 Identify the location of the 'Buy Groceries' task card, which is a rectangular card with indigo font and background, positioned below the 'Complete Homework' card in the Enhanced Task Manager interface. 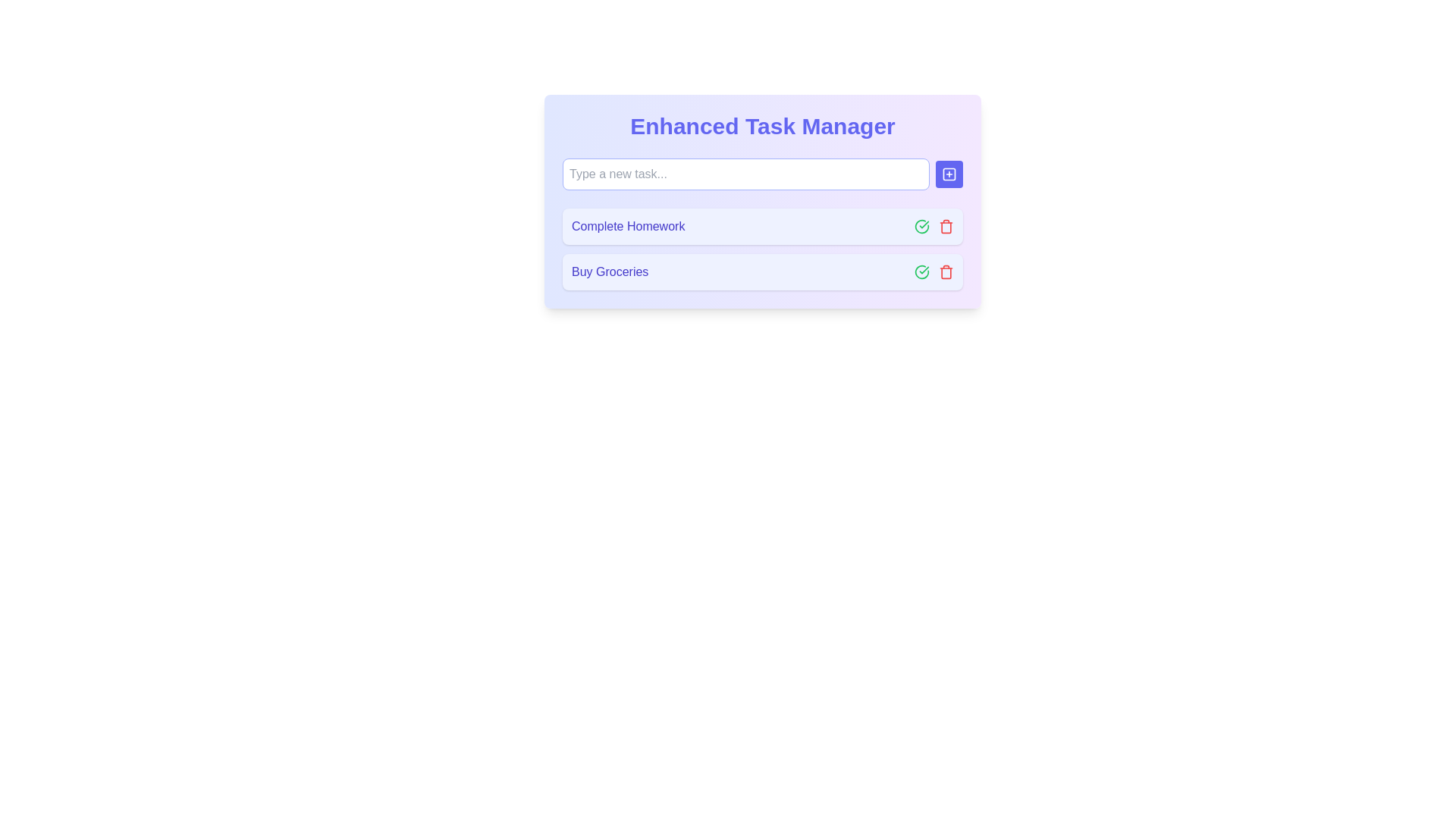
(763, 271).